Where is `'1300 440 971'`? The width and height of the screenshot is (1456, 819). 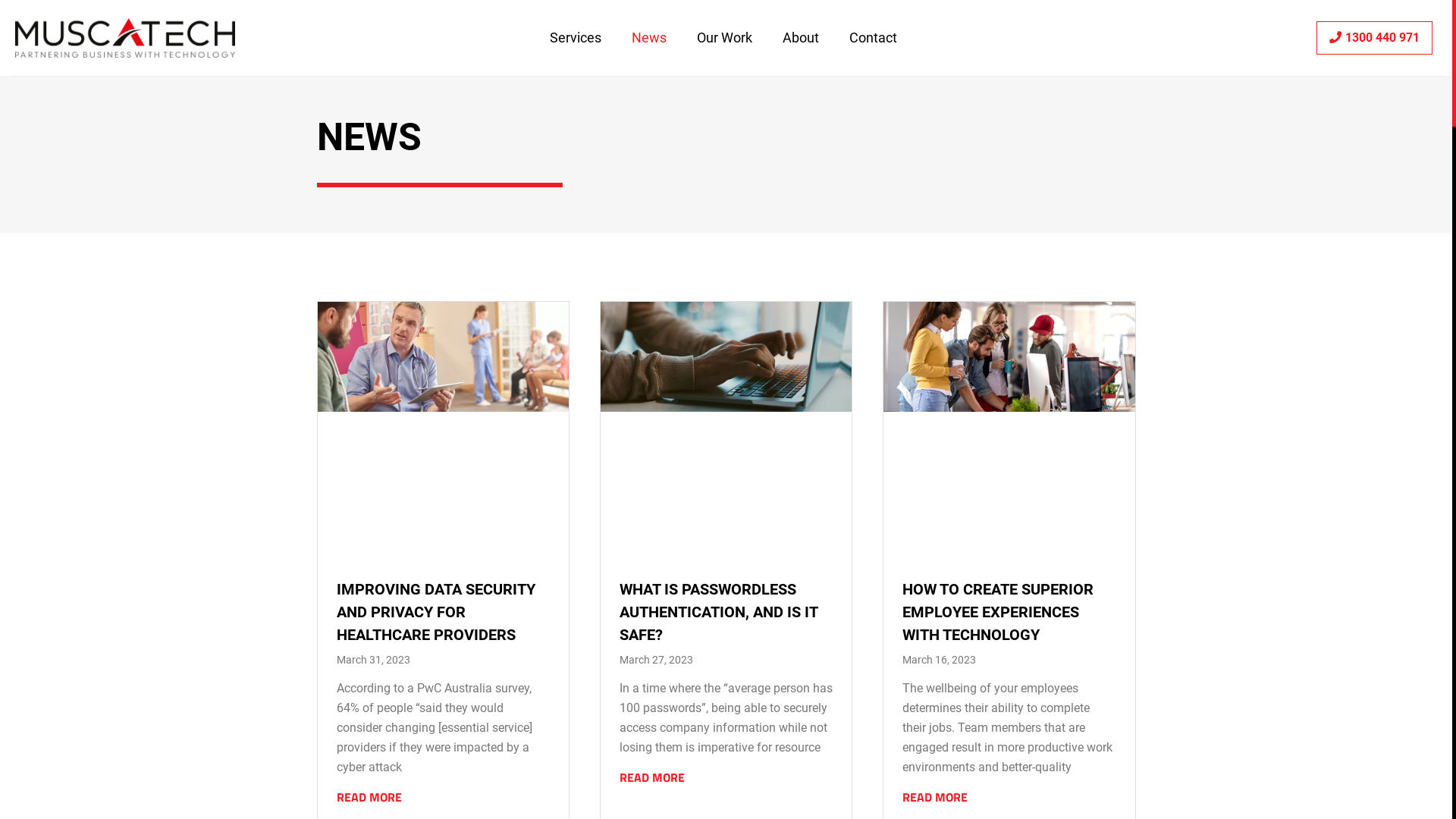
'1300 440 971' is located at coordinates (1316, 37).